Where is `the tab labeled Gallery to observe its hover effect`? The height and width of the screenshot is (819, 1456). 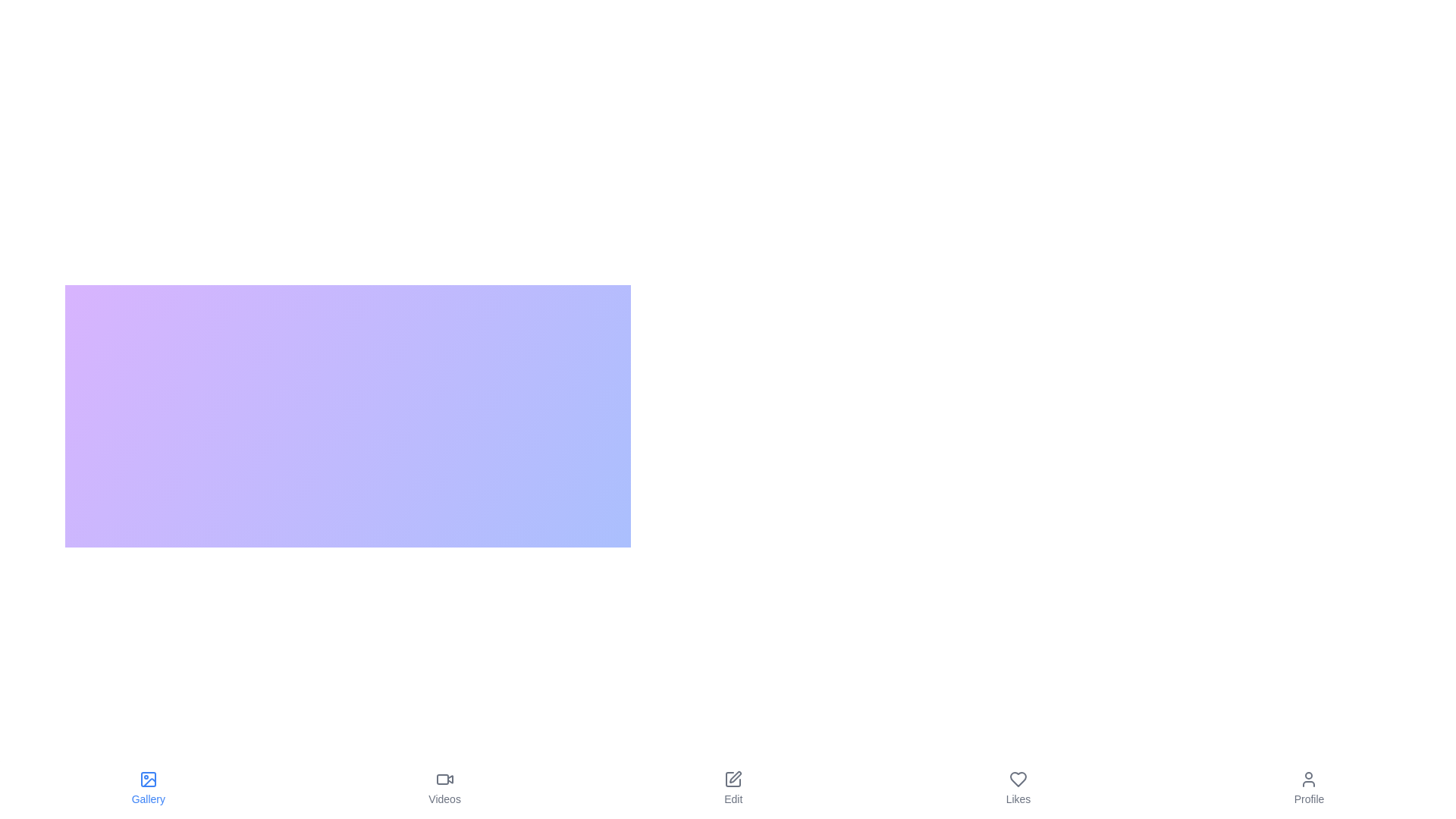
the tab labeled Gallery to observe its hover effect is located at coordinates (148, 788).